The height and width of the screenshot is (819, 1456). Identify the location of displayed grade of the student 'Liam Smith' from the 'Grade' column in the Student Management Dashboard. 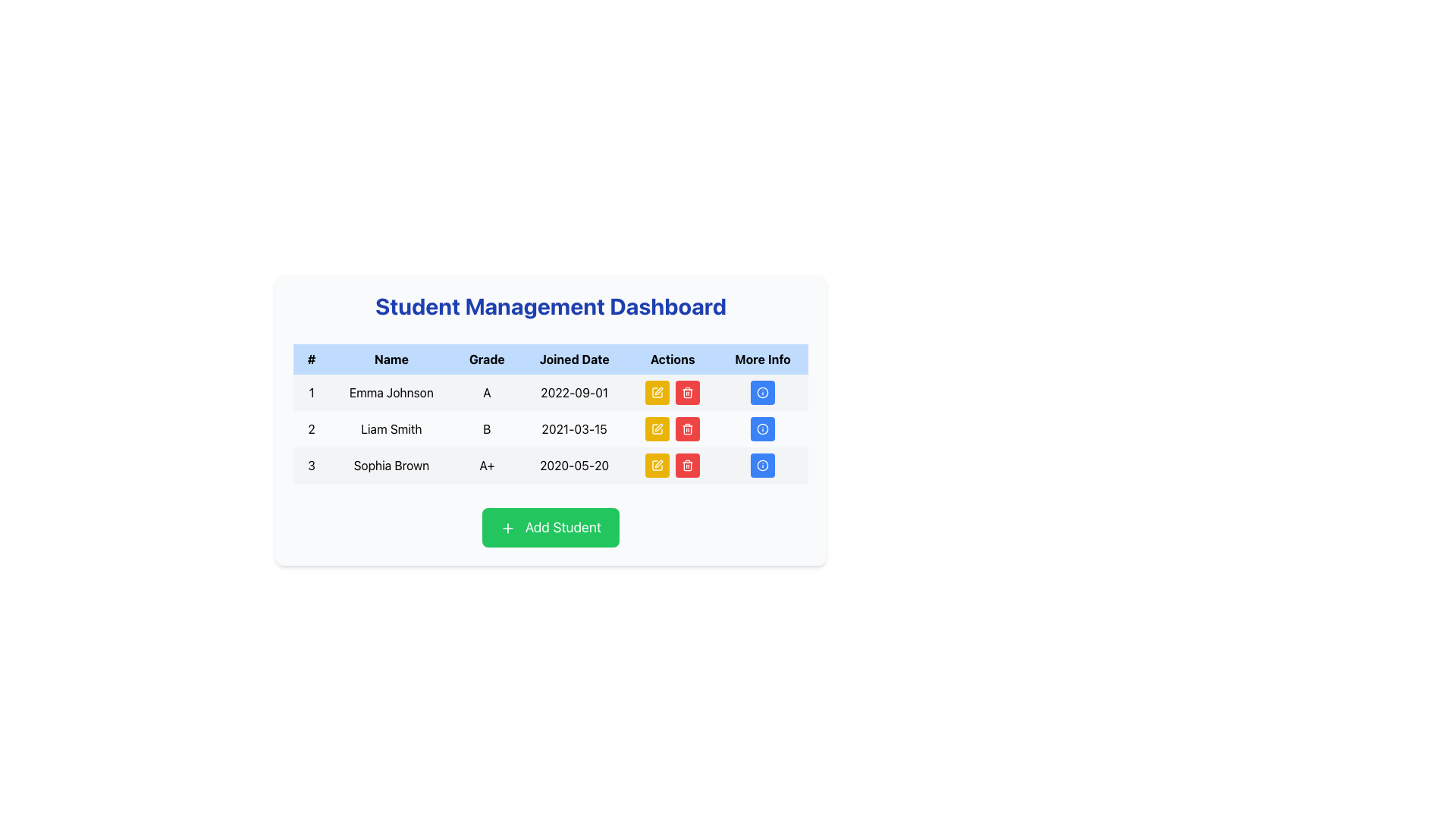
(487, 429).